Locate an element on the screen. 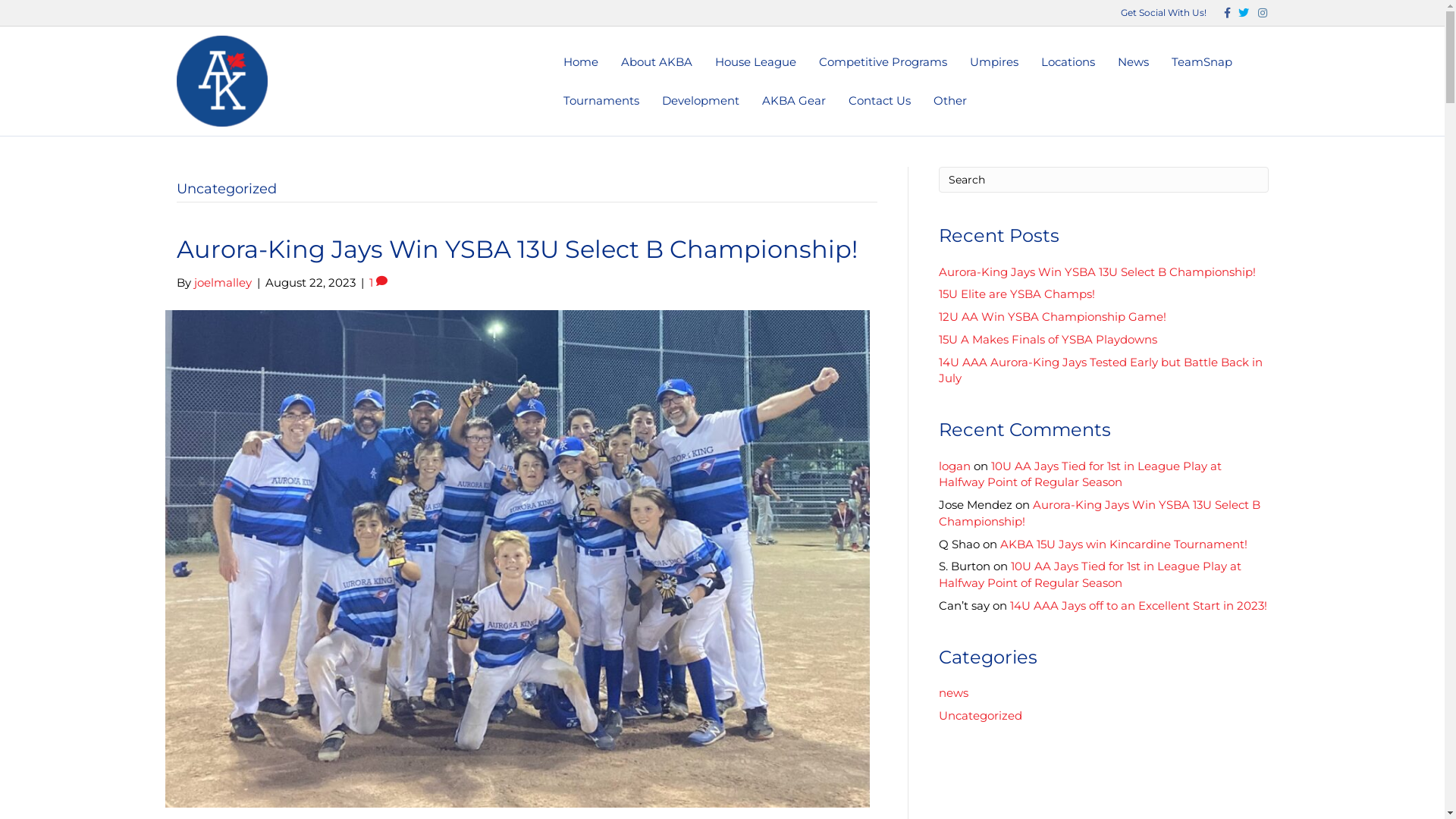  'joelmalley' is located at coordinates (221, 282).